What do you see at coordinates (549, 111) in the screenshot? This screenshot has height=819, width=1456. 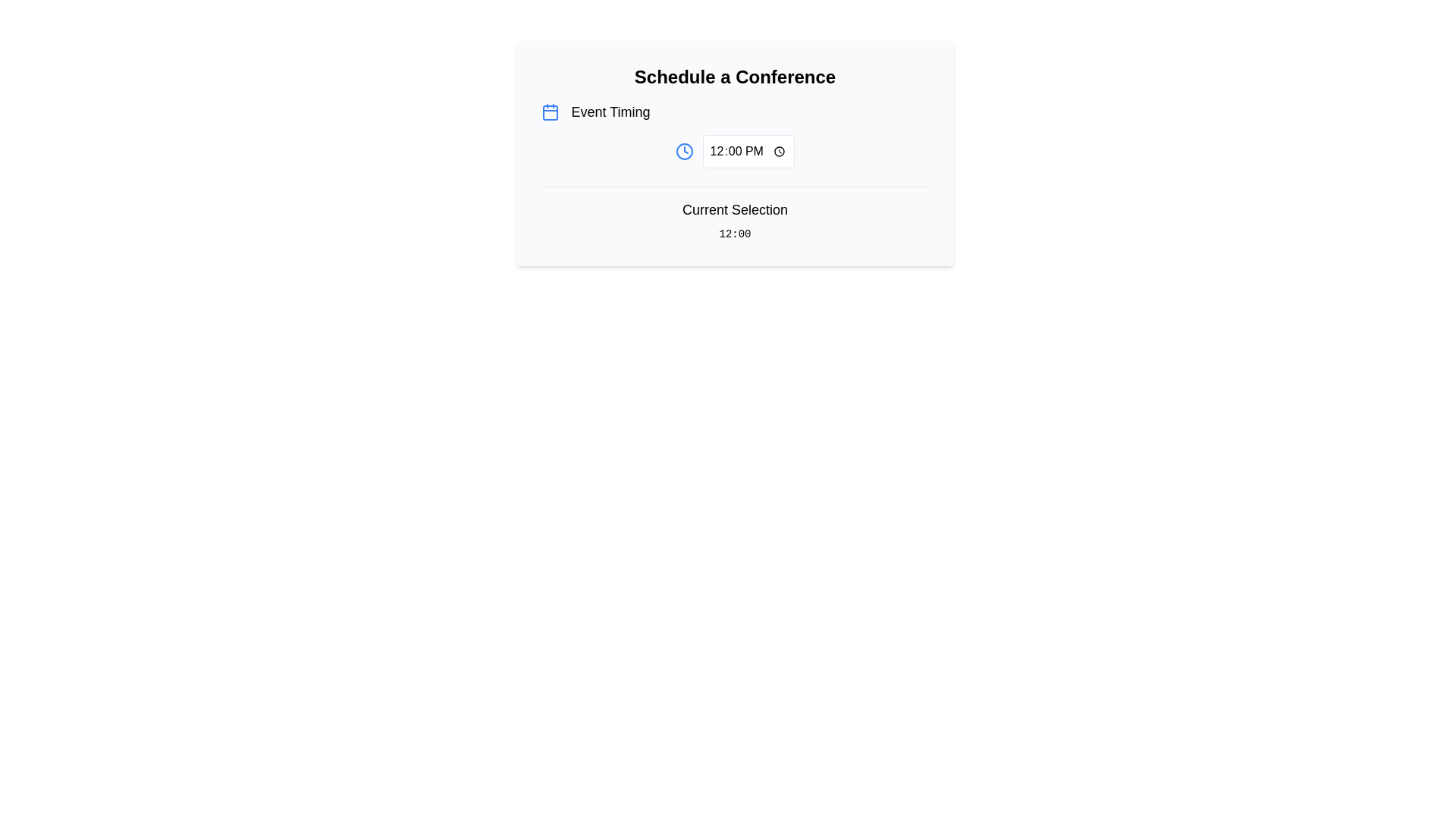 I see `the calendar icon with blue outlines and a white background located to the left of the 'Event Timing' text in the 'Schedule a Conference' section` at bounding box center [549, 111].